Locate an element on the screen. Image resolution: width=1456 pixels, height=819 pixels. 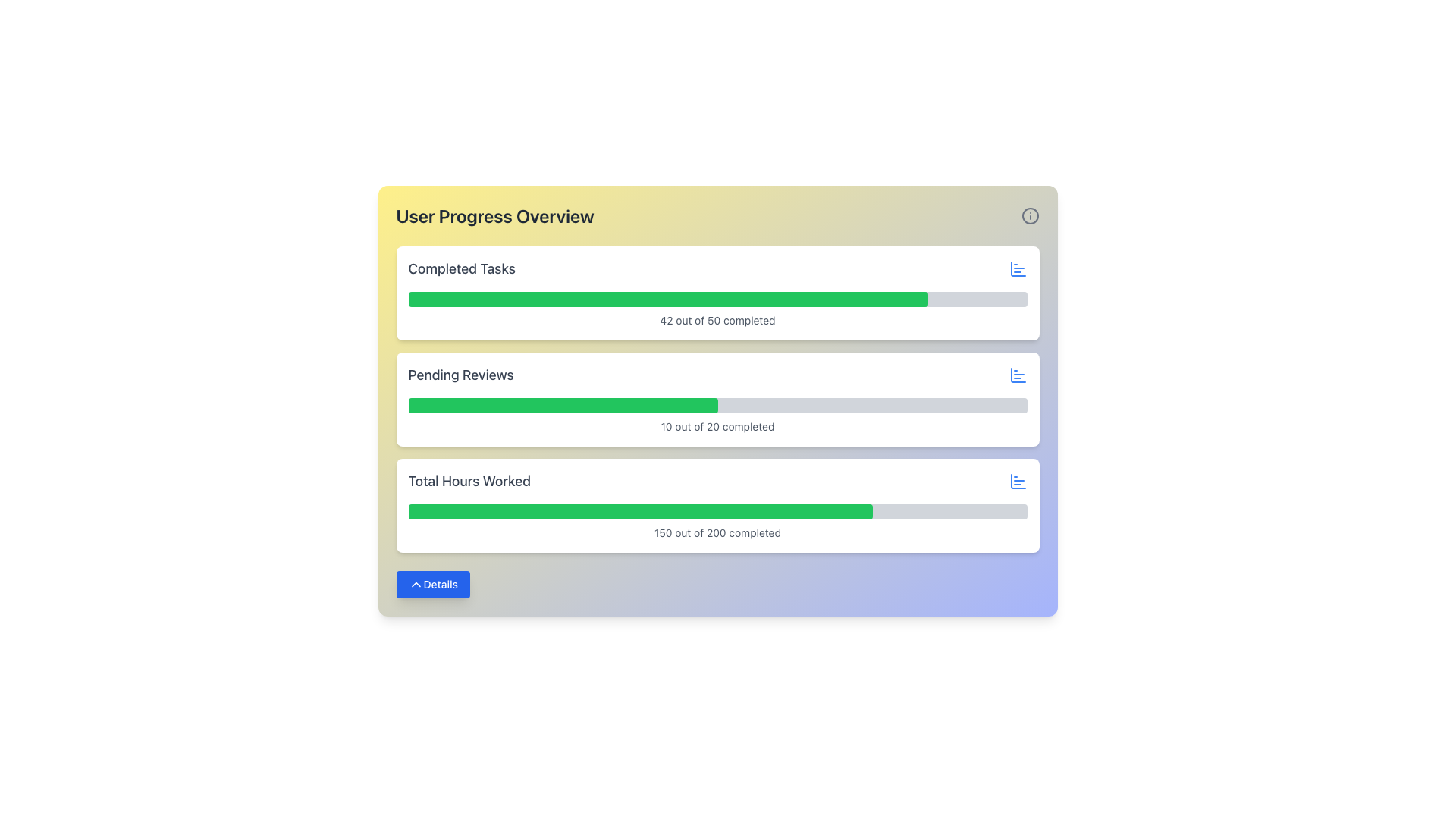
the blue bar chart icon button located to the right of the 'Total Hours Worked' label is located at coordinates (1018, 482).